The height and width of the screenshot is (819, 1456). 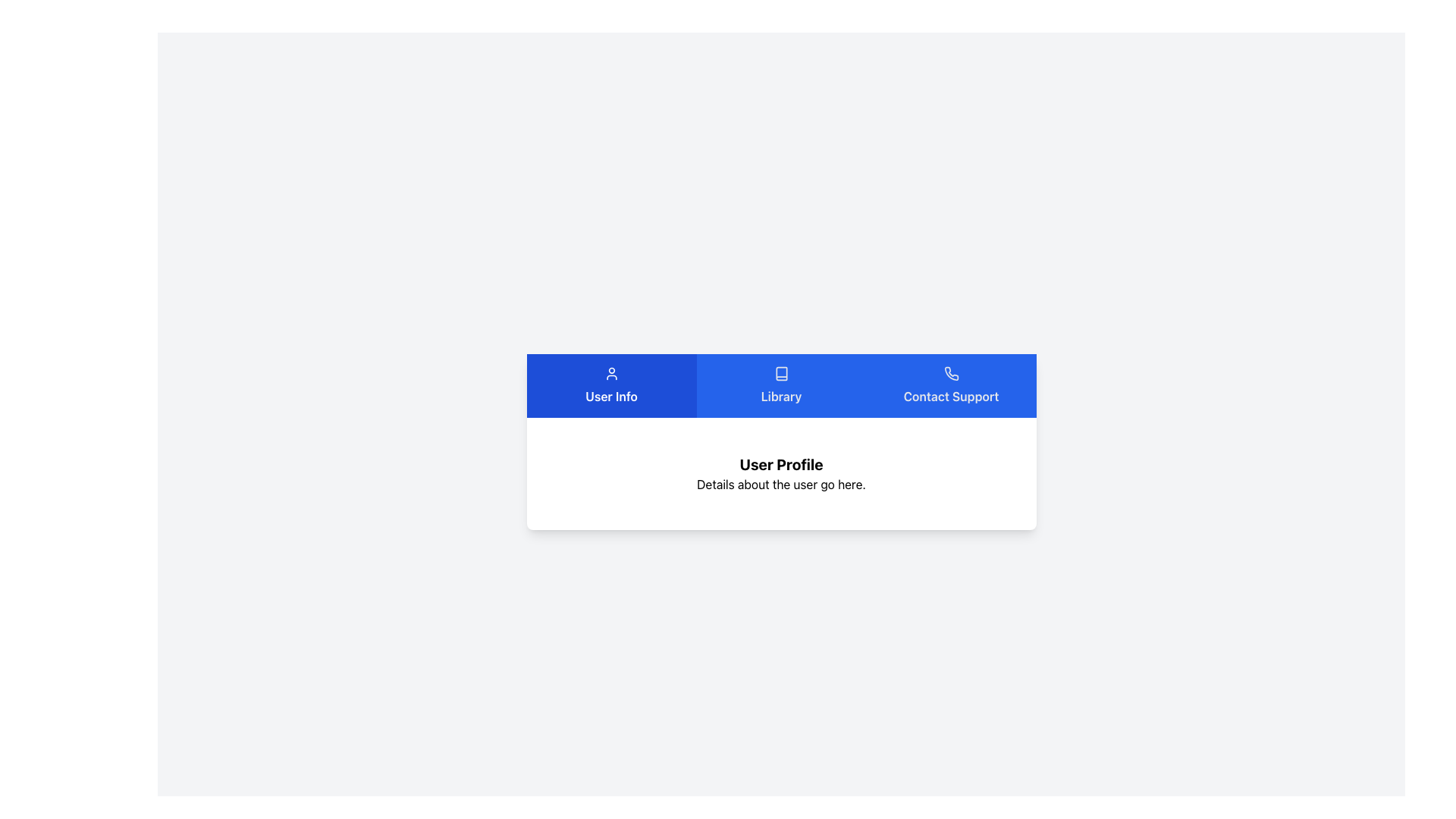 I want to click on the Navigation button located centrally in the horizontal navigation bar, so click(x=781, y=385).